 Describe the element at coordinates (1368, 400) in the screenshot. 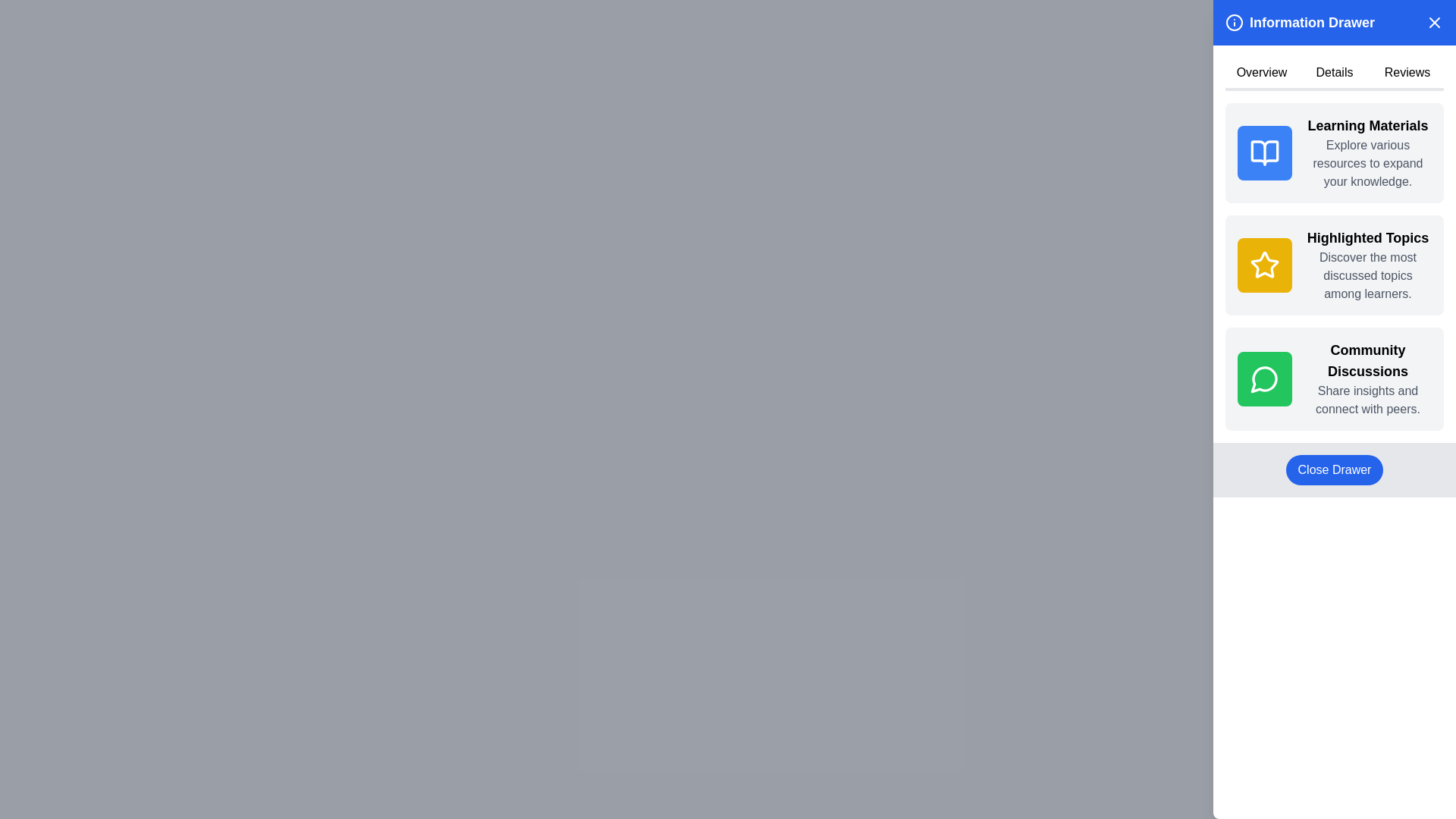

I see `the descriptive text element located beneath the 'Community Discussions' title in the green-bordered card of the 'Information Drawer' interface` at that location.